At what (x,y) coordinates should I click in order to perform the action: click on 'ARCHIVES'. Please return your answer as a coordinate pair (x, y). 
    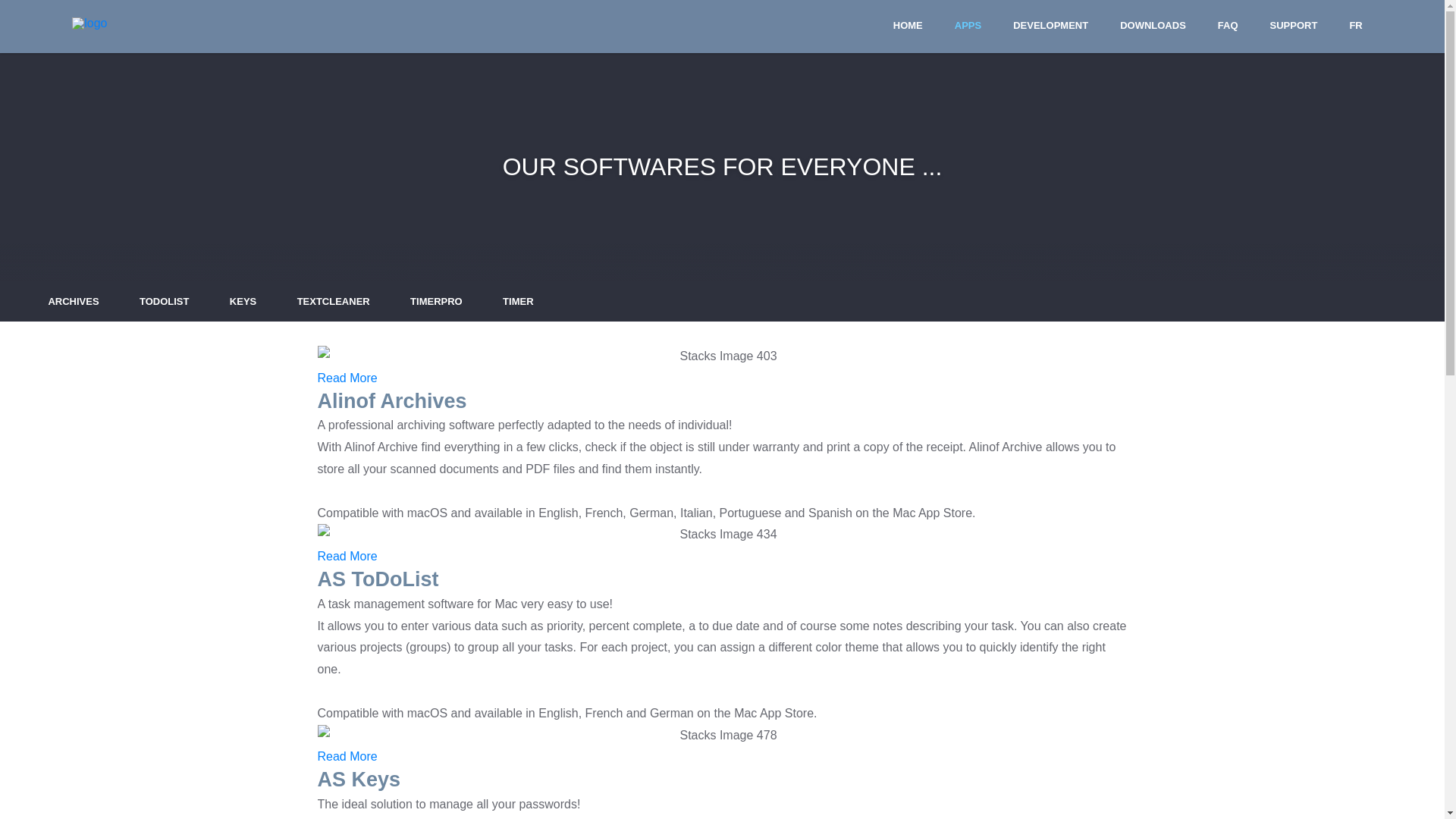
    Looking at the image, I should click on (72, 301).